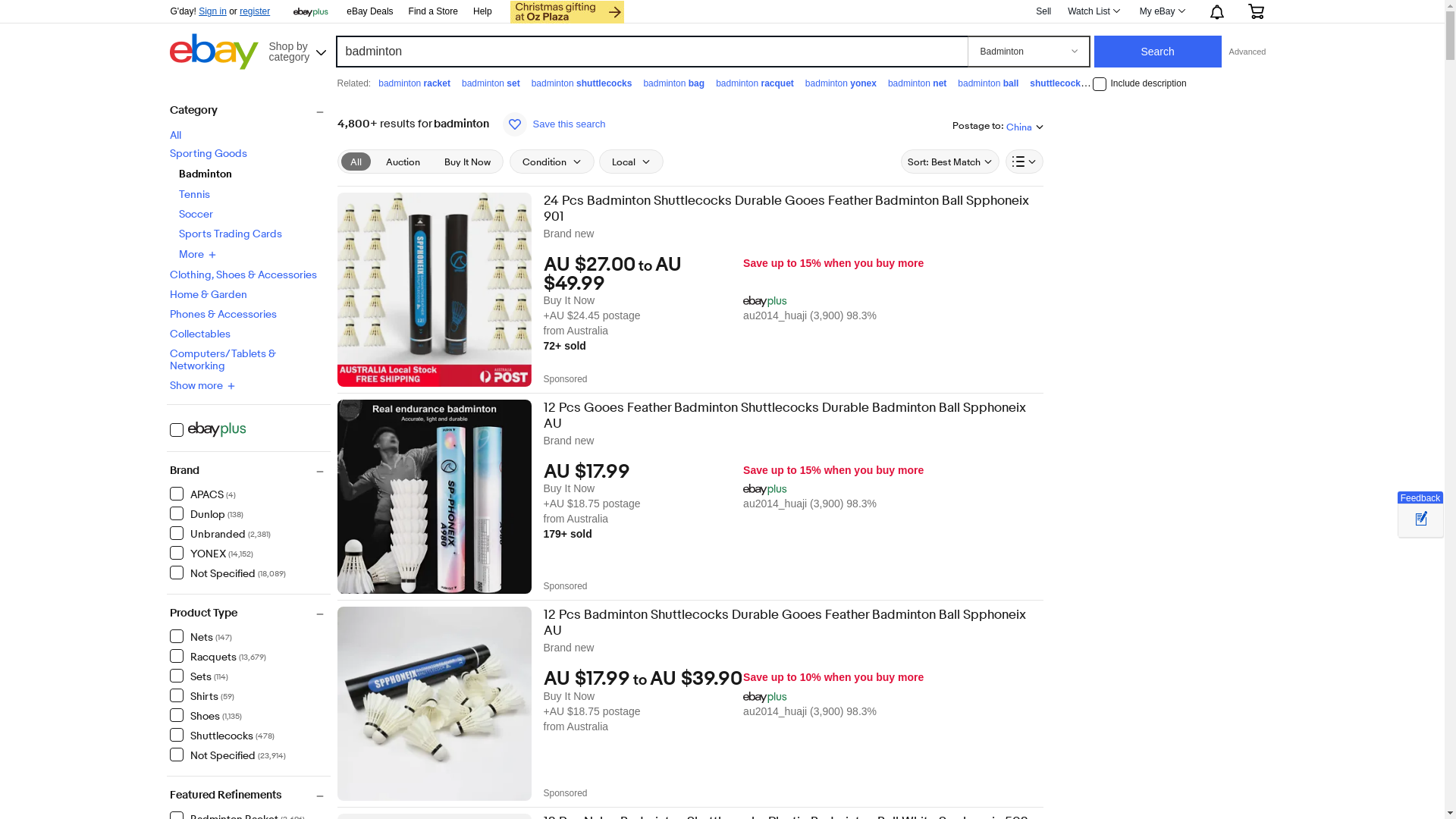  Describe the element at coordinates (997, 124) in the screenshot. I see `'Postage to: China'` at that location.